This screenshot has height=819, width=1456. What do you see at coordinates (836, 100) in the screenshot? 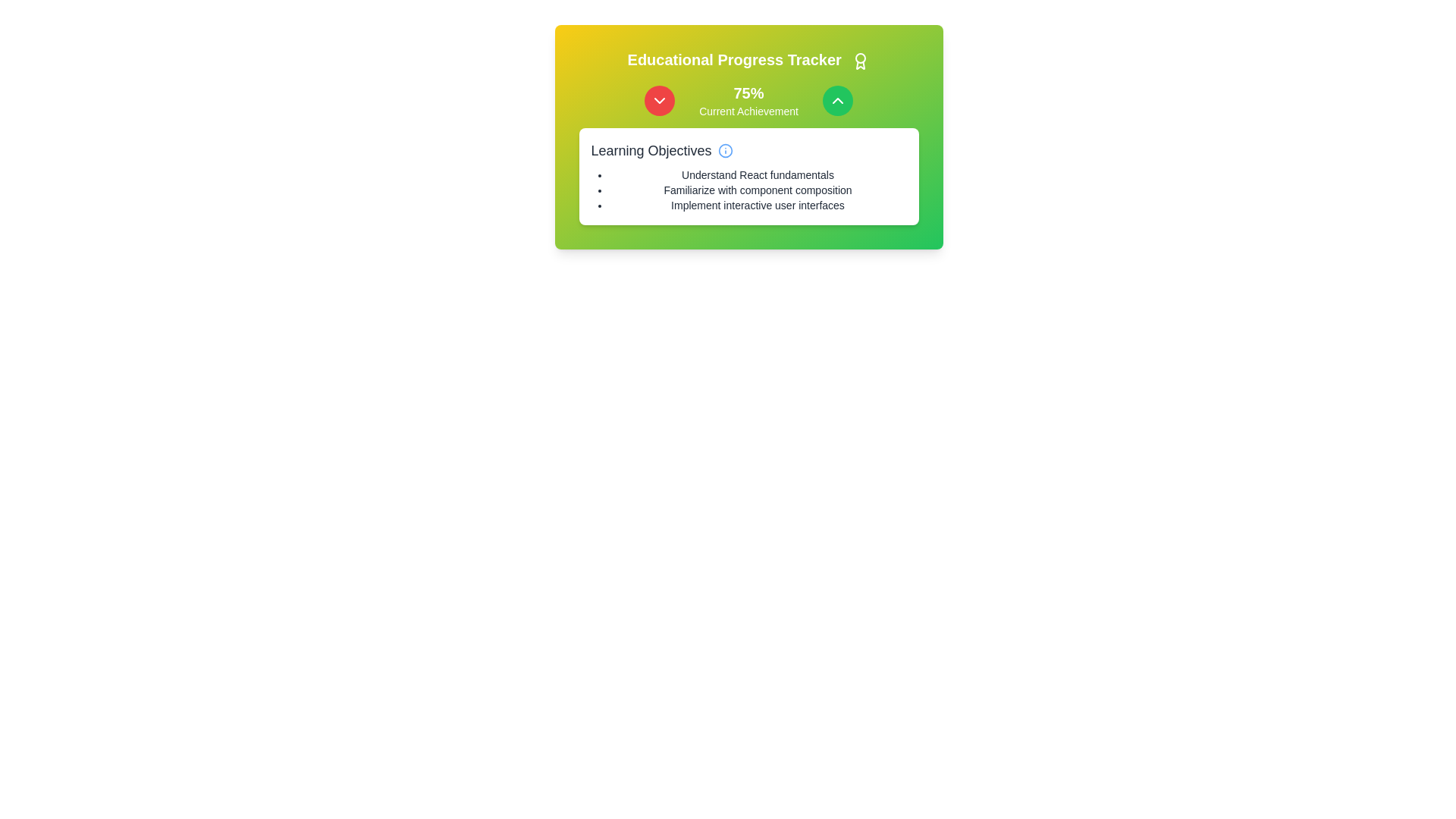
I see `the chevron-up icon within the green circular button located on the right side of the header section of the 'Educational Progress Tracker' card` at bounding box center [836, 100].